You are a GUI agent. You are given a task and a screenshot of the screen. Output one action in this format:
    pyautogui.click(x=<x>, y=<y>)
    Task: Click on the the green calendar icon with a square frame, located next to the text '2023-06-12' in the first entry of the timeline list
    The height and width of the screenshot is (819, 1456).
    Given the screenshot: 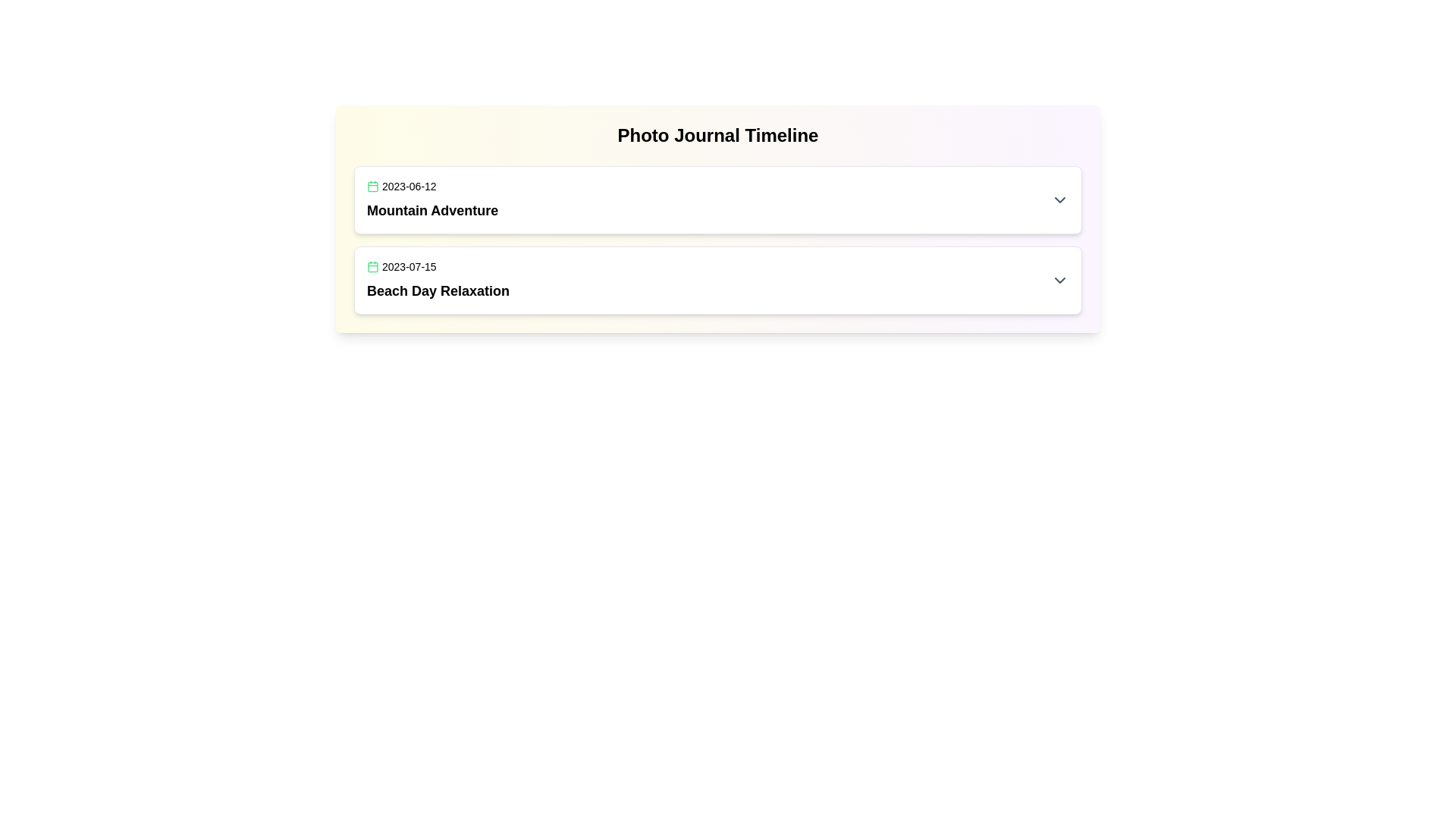 What is the action you would take?
    pyautogui.click(x=372, y=186)
    